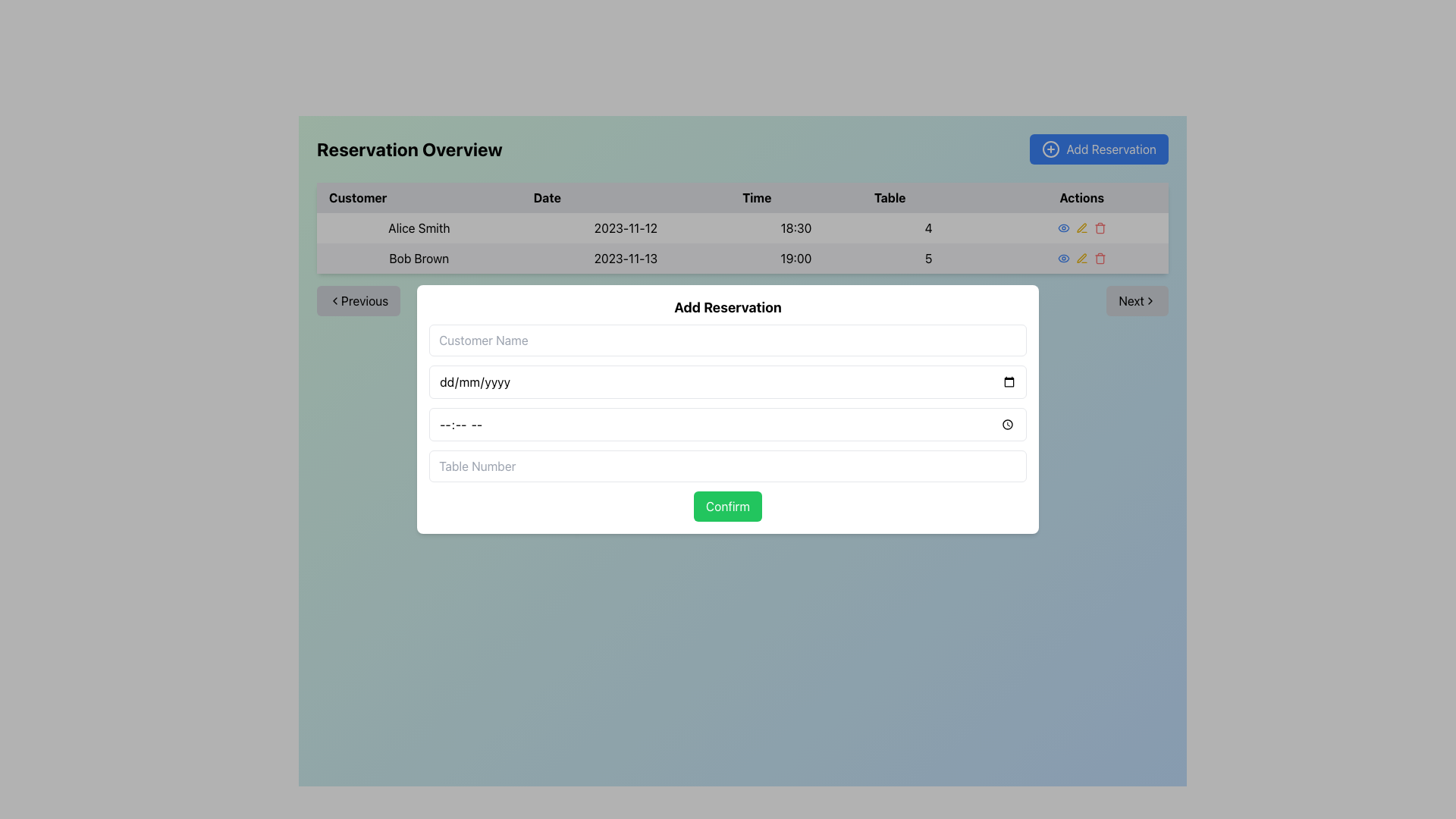 The height and width of the screenshot is (819, 1456). I want to click on the 'Previous' button, which is a rectangular button with a light gray background and the text 'Previous', so click(358, 301).